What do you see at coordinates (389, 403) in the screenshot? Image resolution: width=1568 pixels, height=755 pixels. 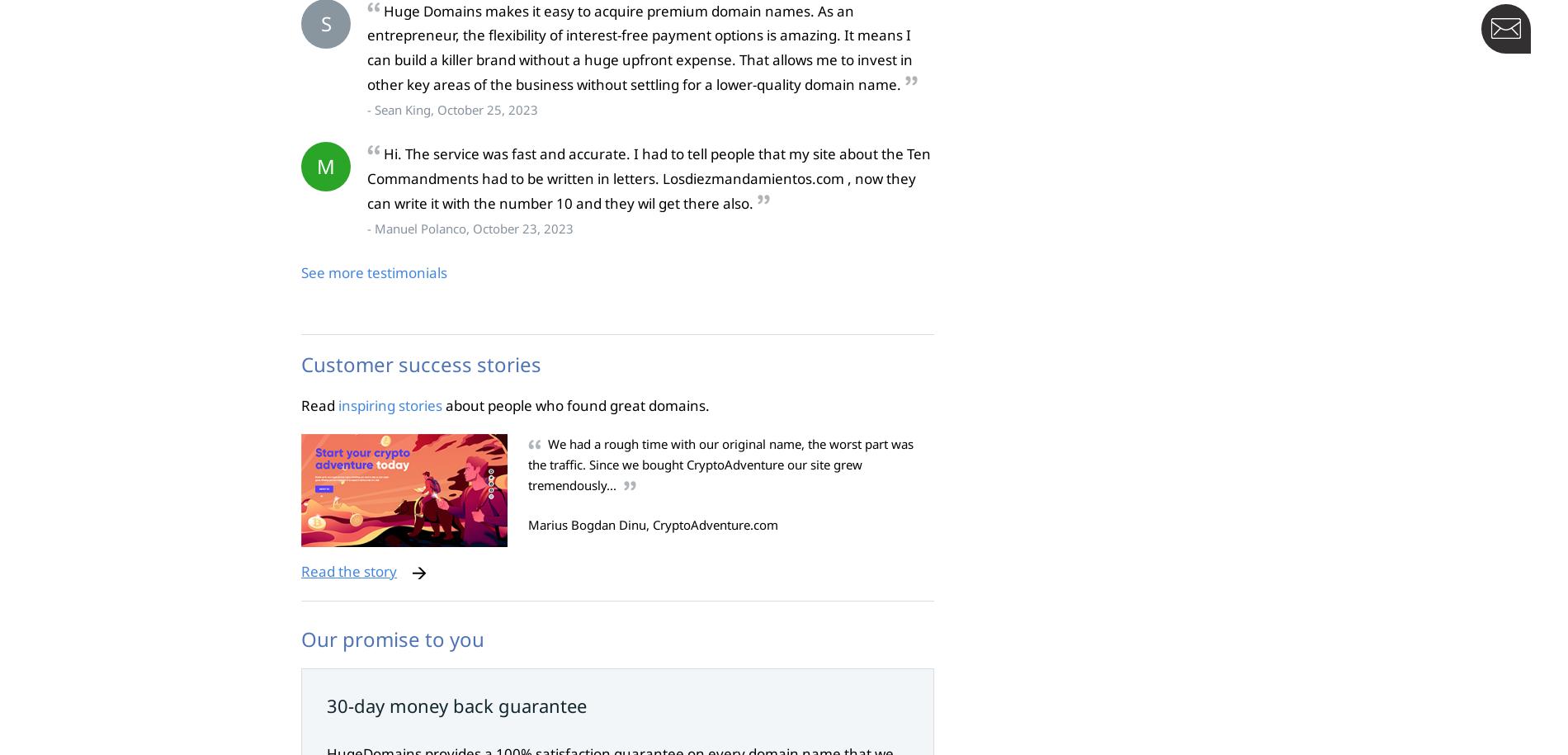 I see `'inspiring stories'` at bounding box center [389, 403].